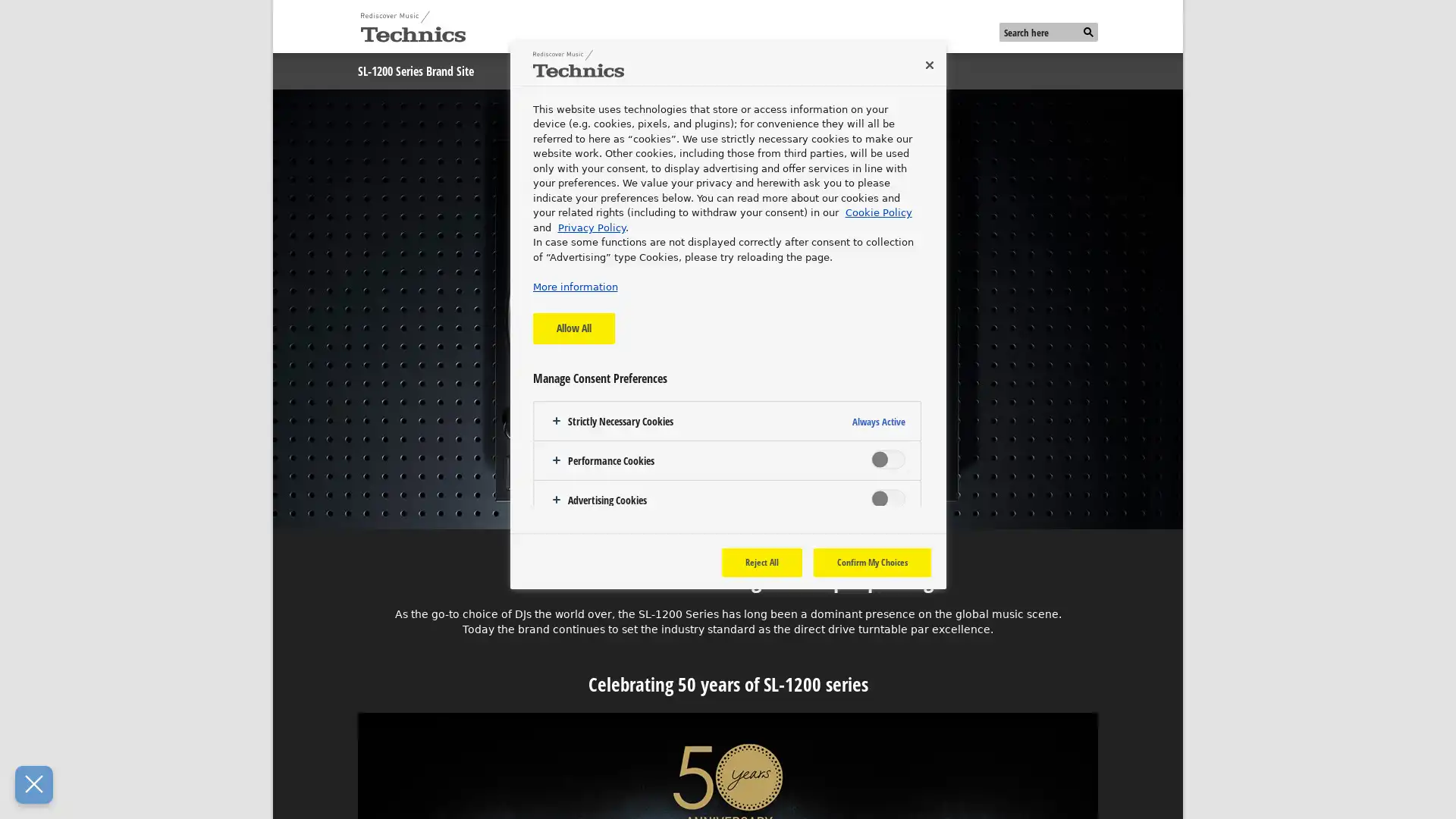 This screenshot has height=819, width=1456. What do you see at coordinates (726, 421) in the screenshot?
I see `Strictly Necessary Cookies` at bounding box center [726, 421].